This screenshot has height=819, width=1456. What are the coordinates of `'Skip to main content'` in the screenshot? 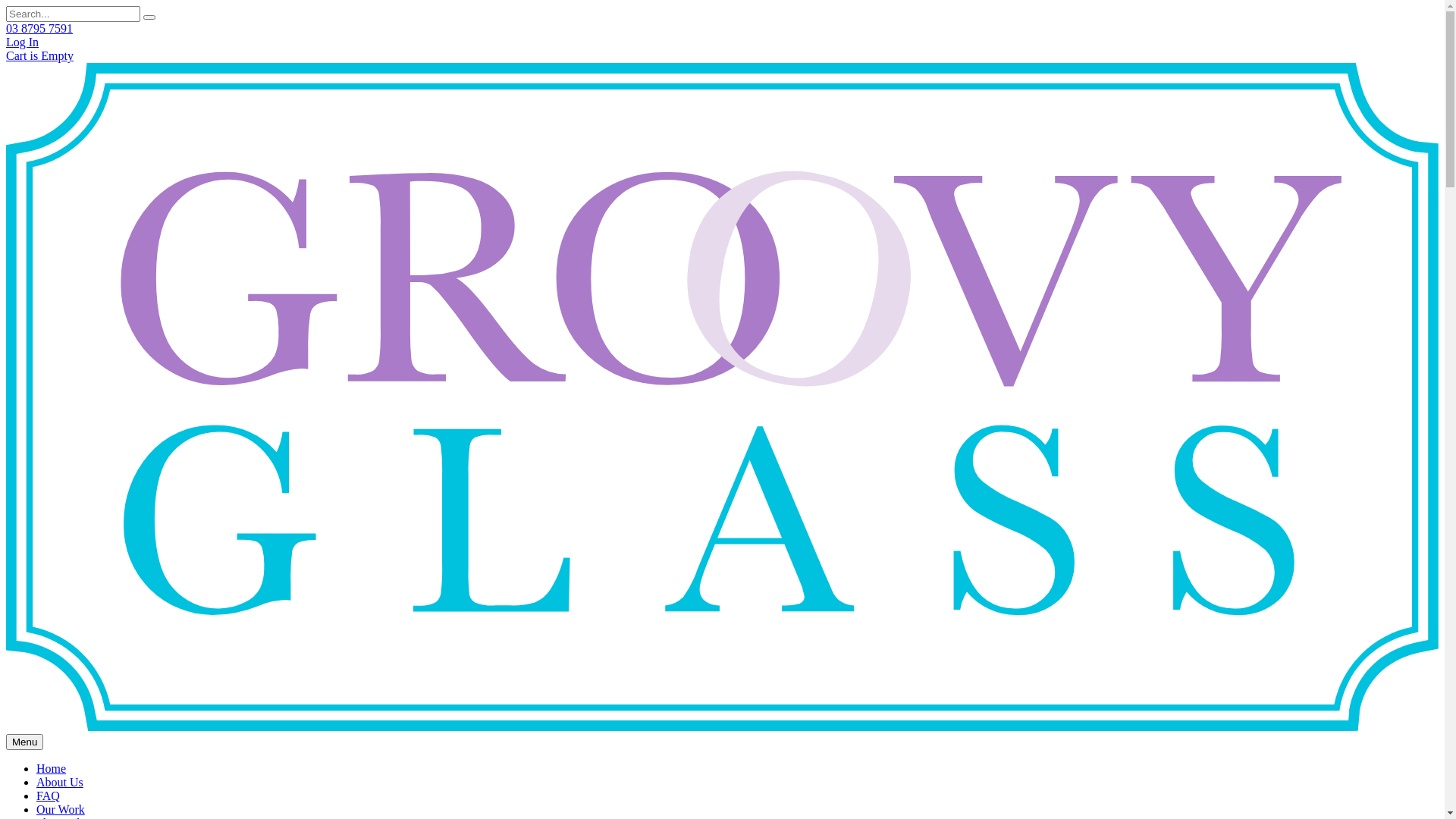 It's located at (5, 5).